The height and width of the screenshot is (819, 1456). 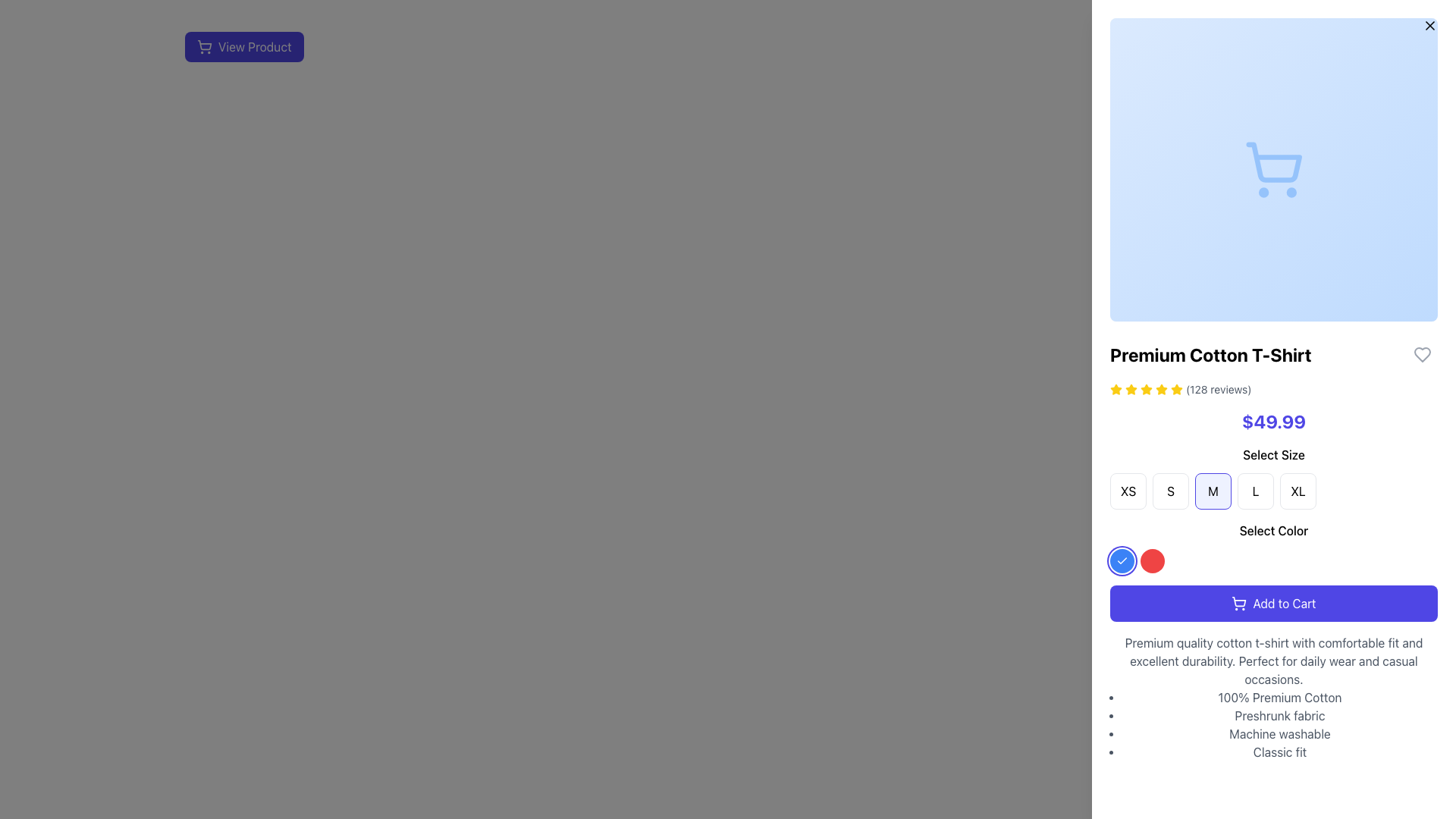 What do you see at coordinates (1279, 716) in the screenshot?
I see `the Text label that describes the fabric as preshrunk, located beneath '100% Premium Cotton' in the product features list` at bounding box center [1279, 716].